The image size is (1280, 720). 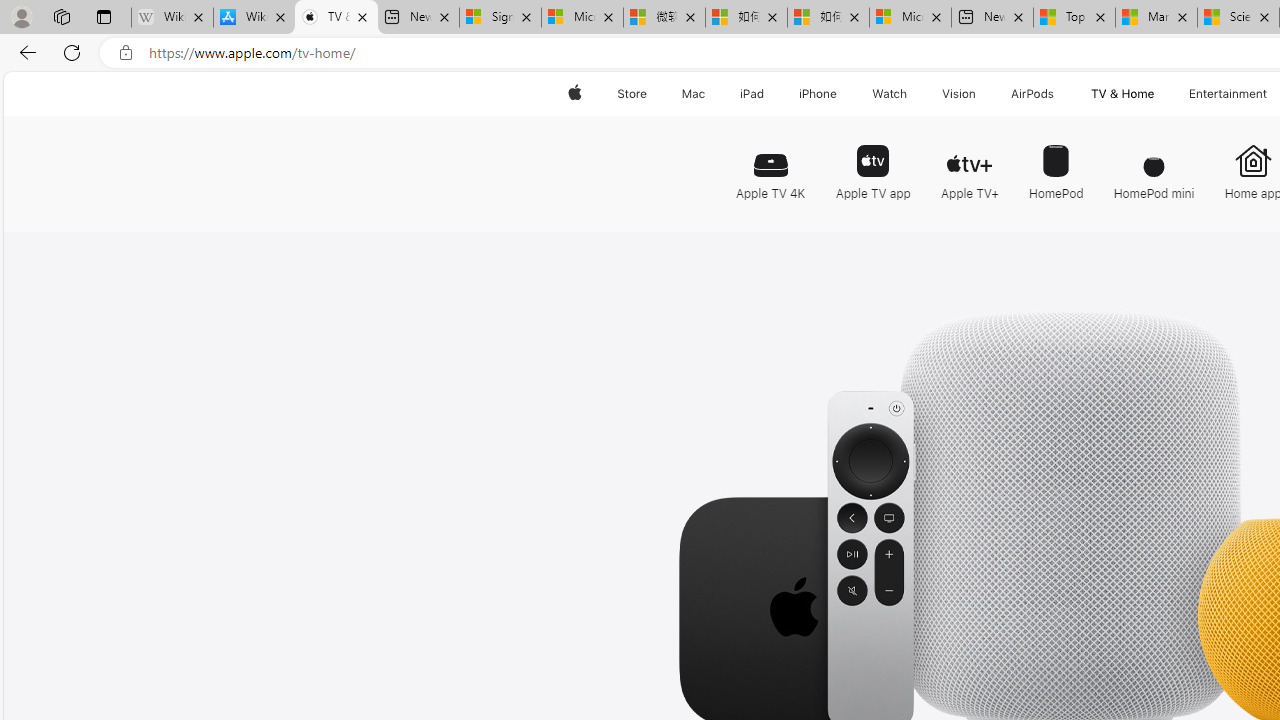 What do you see at coordinates (969, 162) in the screenshot?
I see `'Apple TV+'` at bounding box center [969, 162].